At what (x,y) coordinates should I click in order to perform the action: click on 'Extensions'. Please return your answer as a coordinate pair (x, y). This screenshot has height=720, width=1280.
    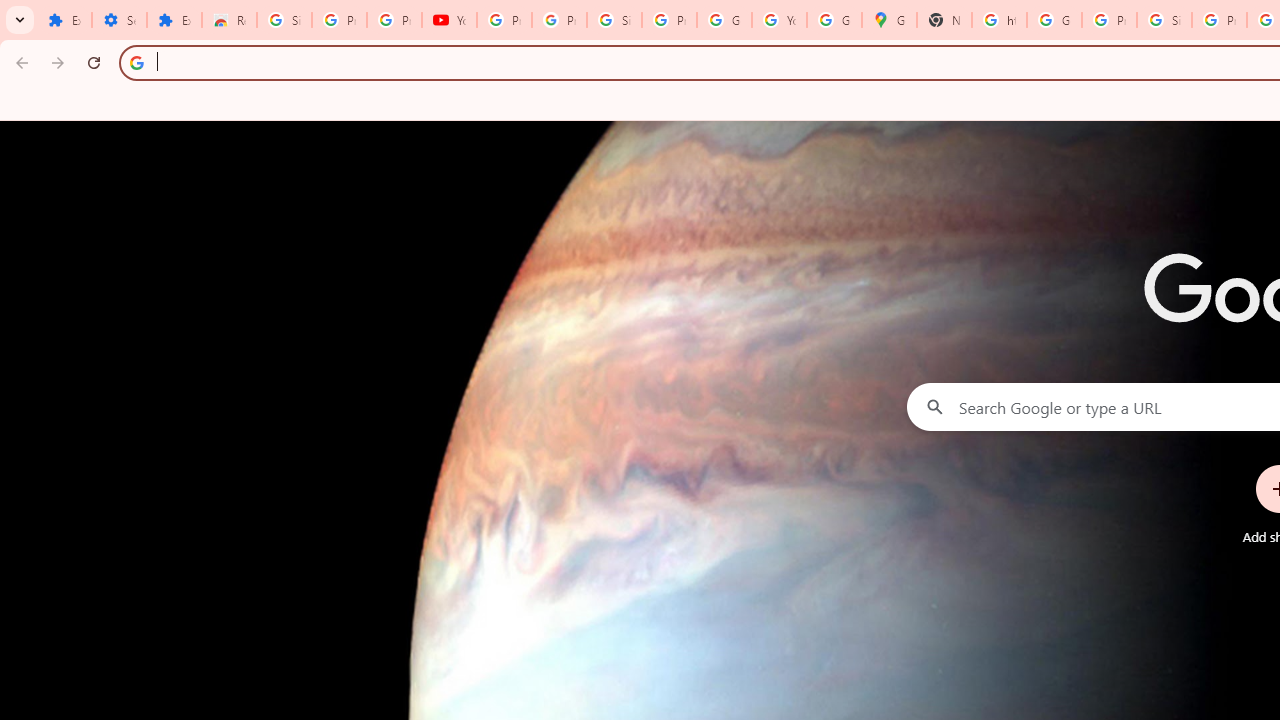
    Looking at the image, I should click on (174, 20).